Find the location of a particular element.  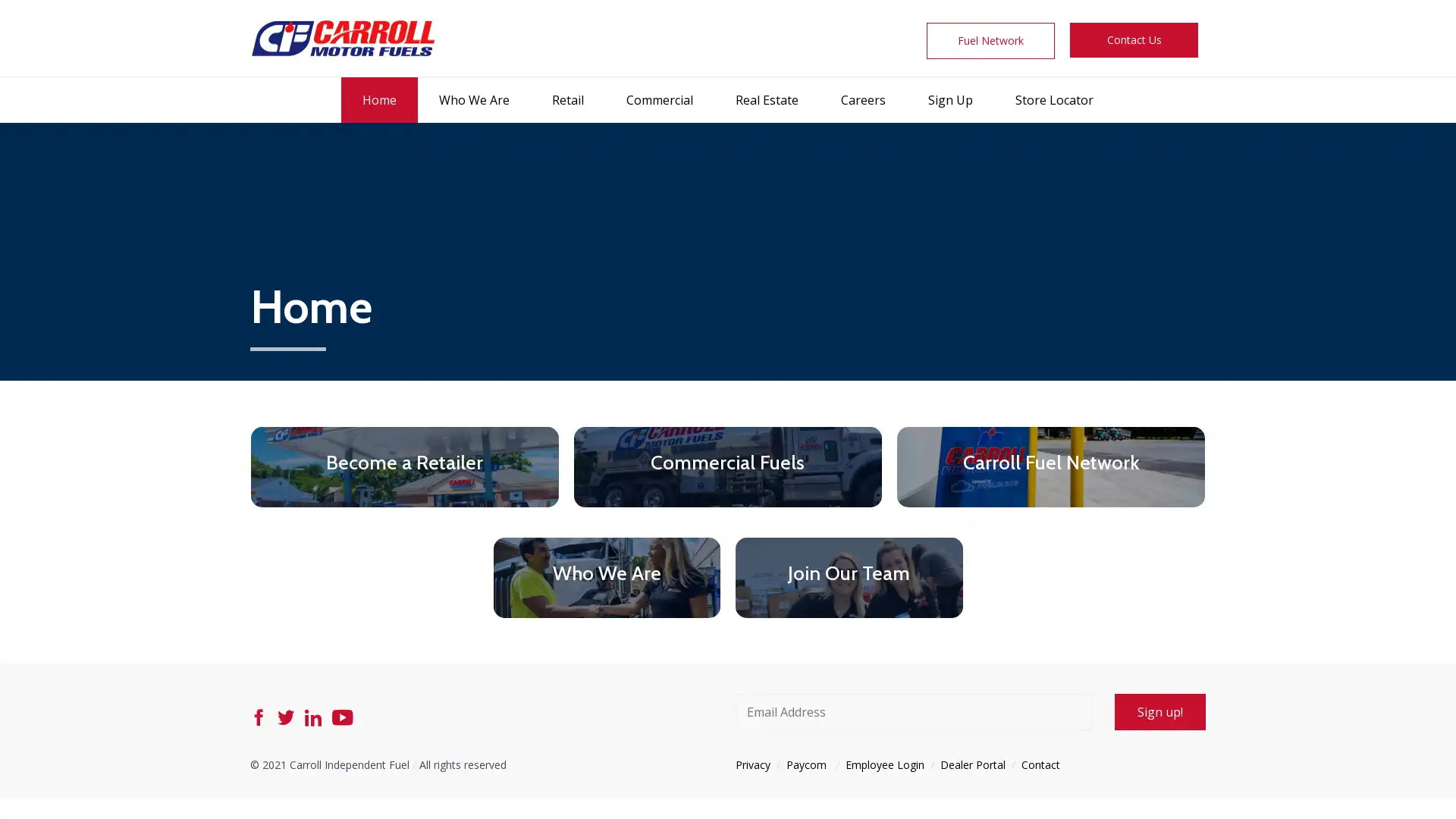

Sign up! is located at coordinates (1159, 711).